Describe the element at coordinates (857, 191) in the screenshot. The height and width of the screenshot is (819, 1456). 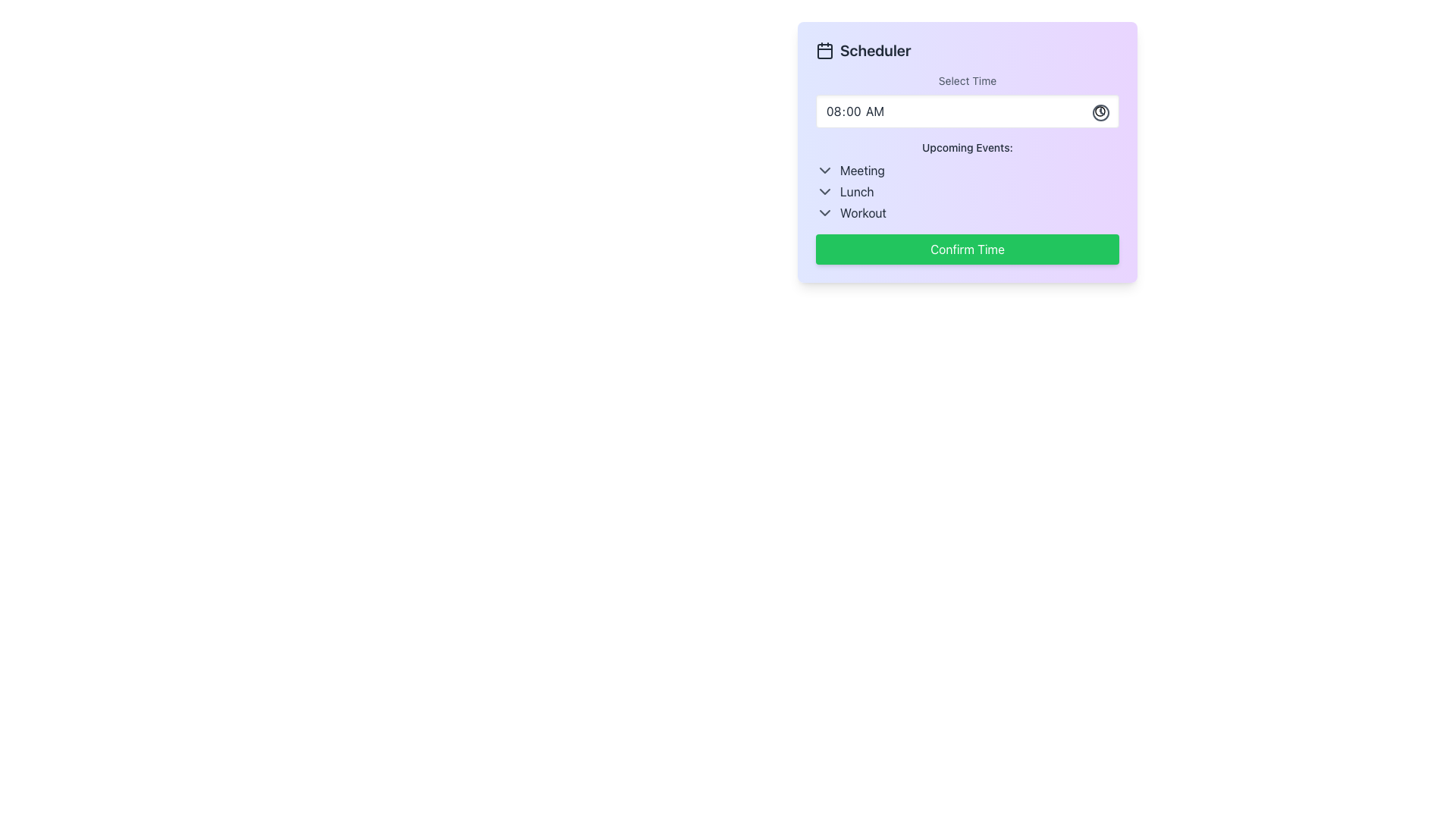
I see `the static text label displaying 'Lunch' in dark gray, which is the second entry in the interactive list of upcoming events` at that location.